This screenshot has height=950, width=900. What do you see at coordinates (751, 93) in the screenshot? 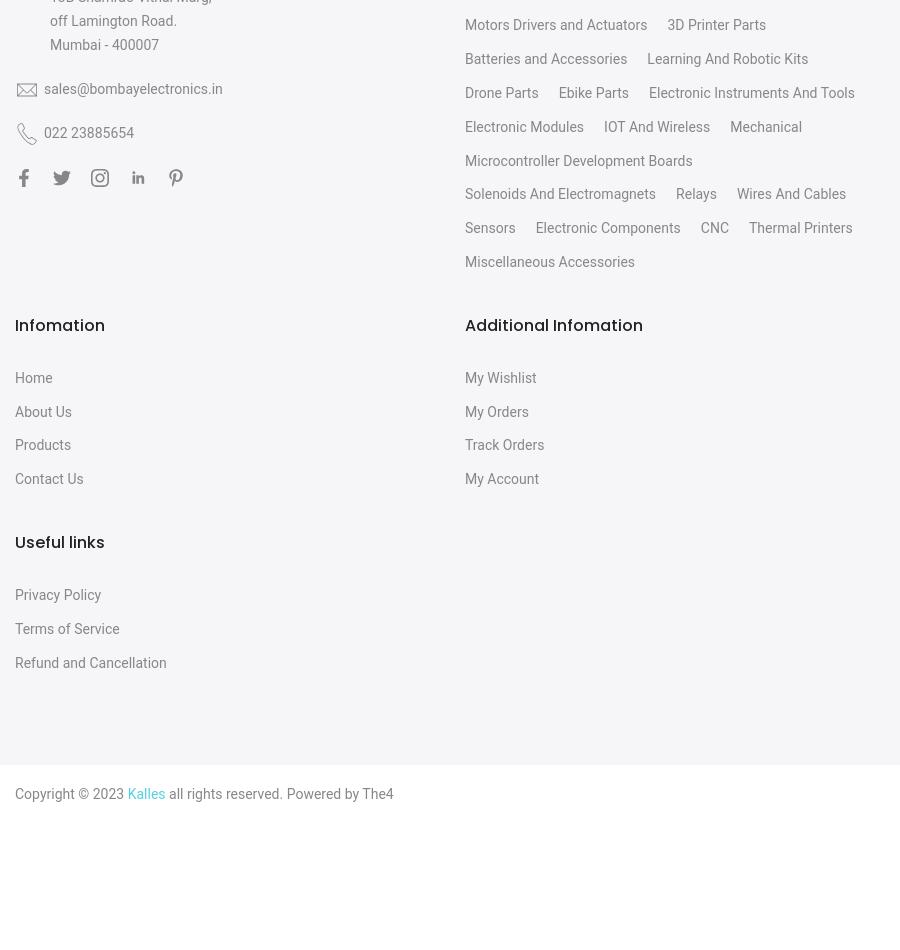
I see `'Electronic Instruments And Tools'` at bounding box center [751, 93].